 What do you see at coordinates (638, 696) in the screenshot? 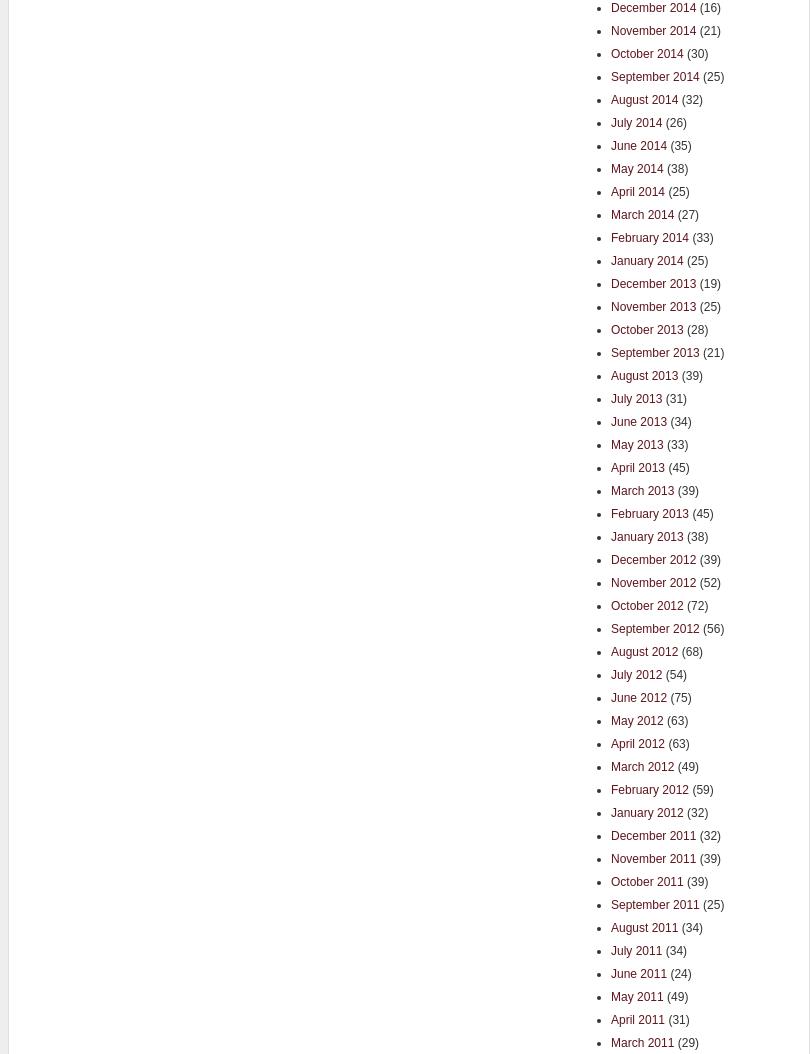
I see `'June 2012'` at bounding box center [638, 696].